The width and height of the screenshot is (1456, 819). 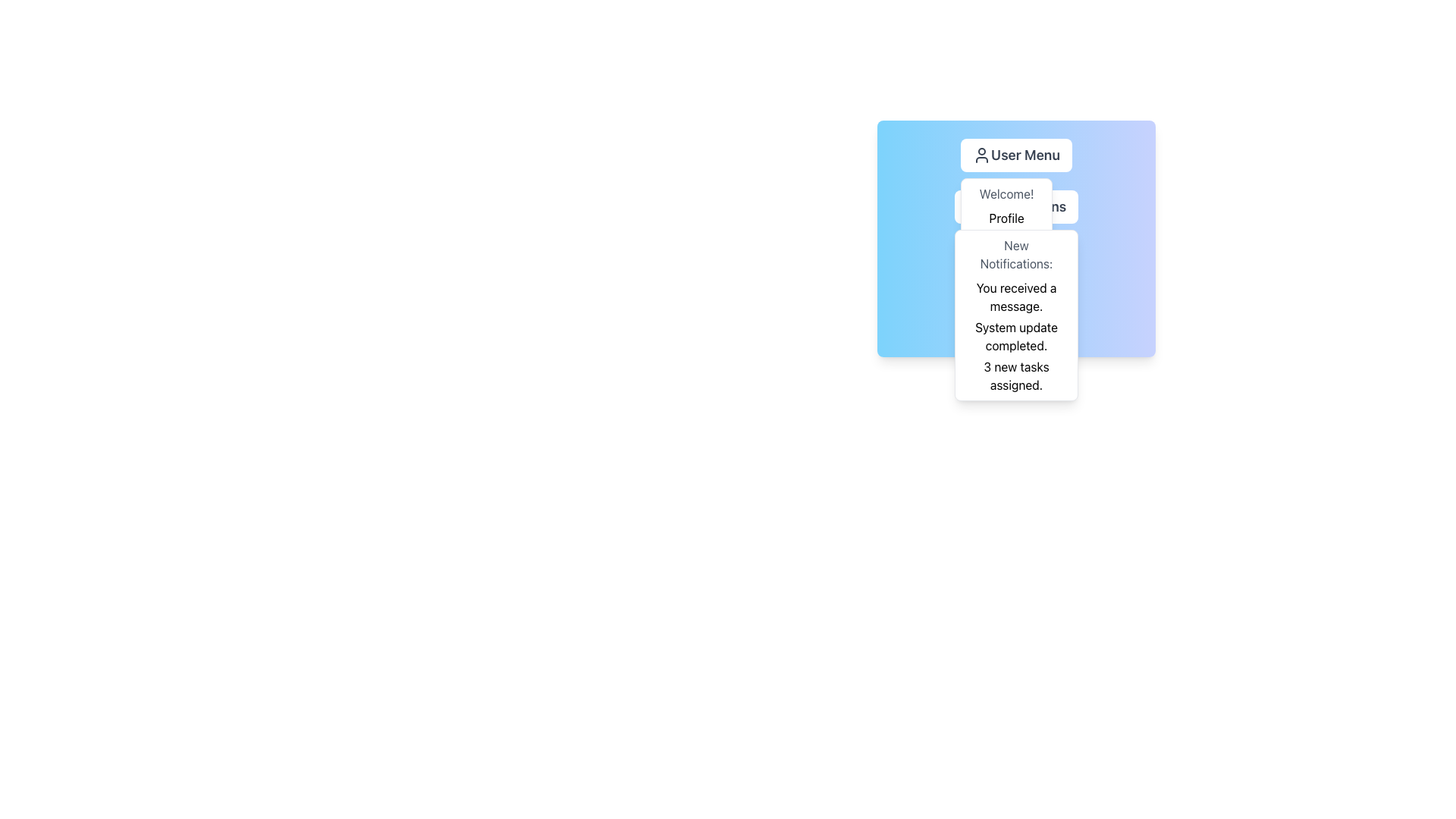 What do you see at coordinates (1016, 315) in the screenshot?
I see `displayed texts from the notification drop-down panel located beneath the 'Notifications' button` at bounding box center [1016, 315].